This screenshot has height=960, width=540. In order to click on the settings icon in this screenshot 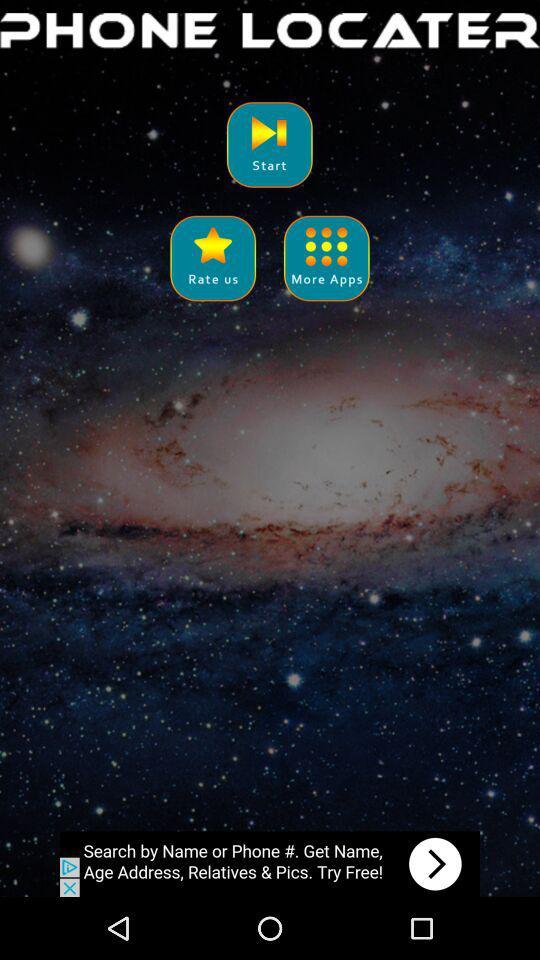, I will do `click(326, 275)`.